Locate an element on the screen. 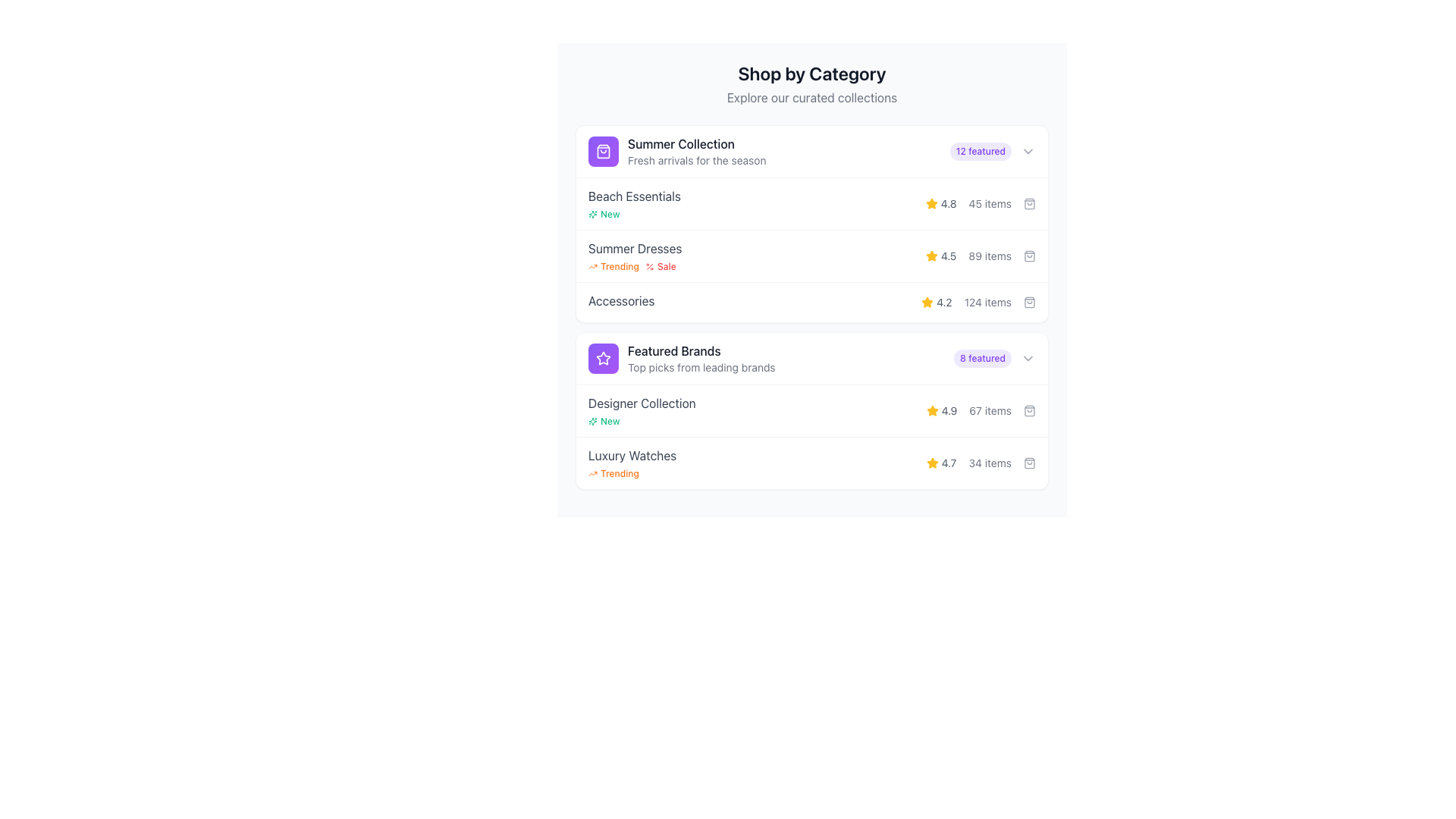 The height and width of the screenshot is (819, 1456). the 'Luxury Watches' text label in the 'Featured Brands' section is located at coordinates (632, 455).